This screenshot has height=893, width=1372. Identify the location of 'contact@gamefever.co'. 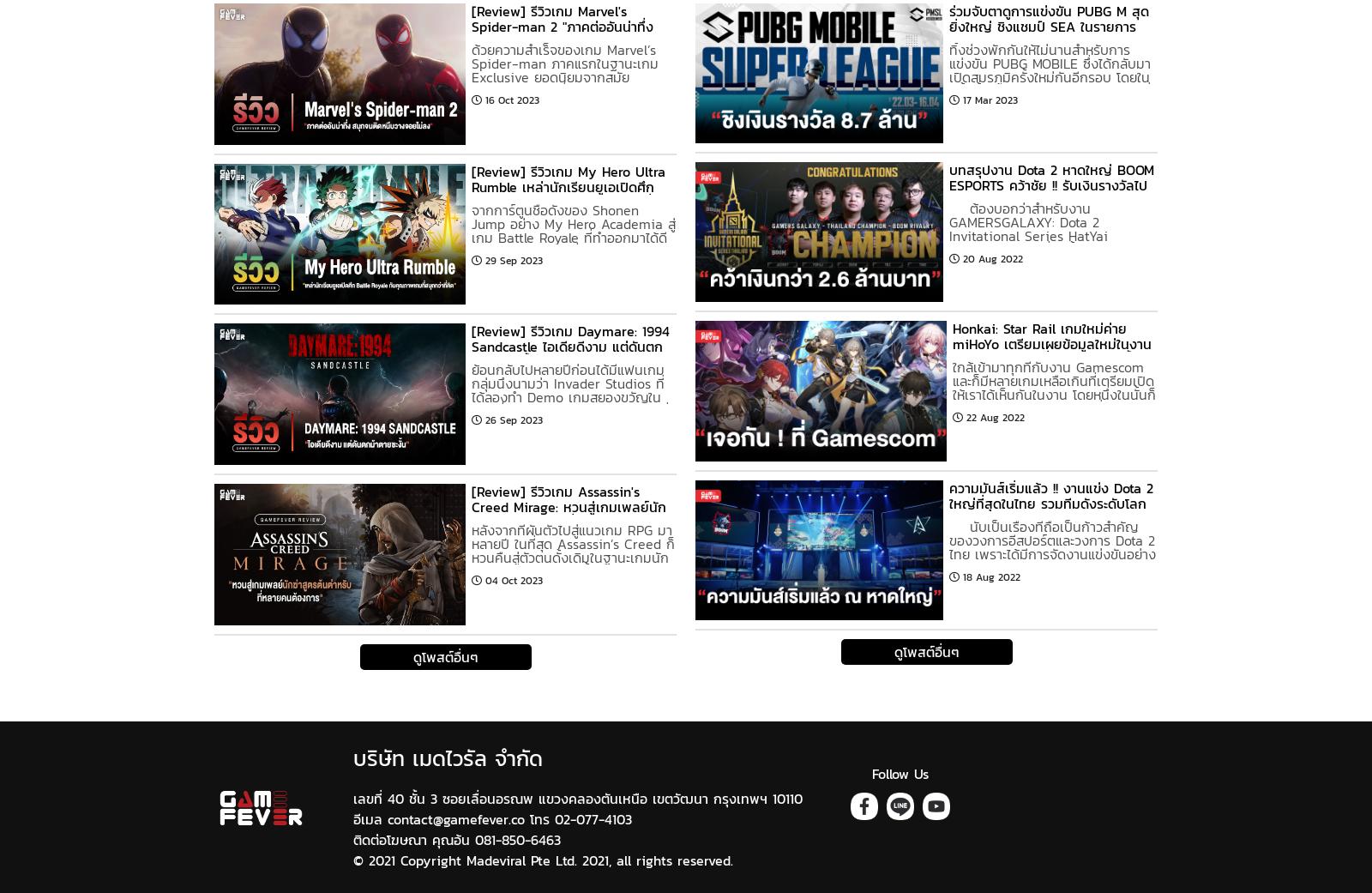
(454, 818).